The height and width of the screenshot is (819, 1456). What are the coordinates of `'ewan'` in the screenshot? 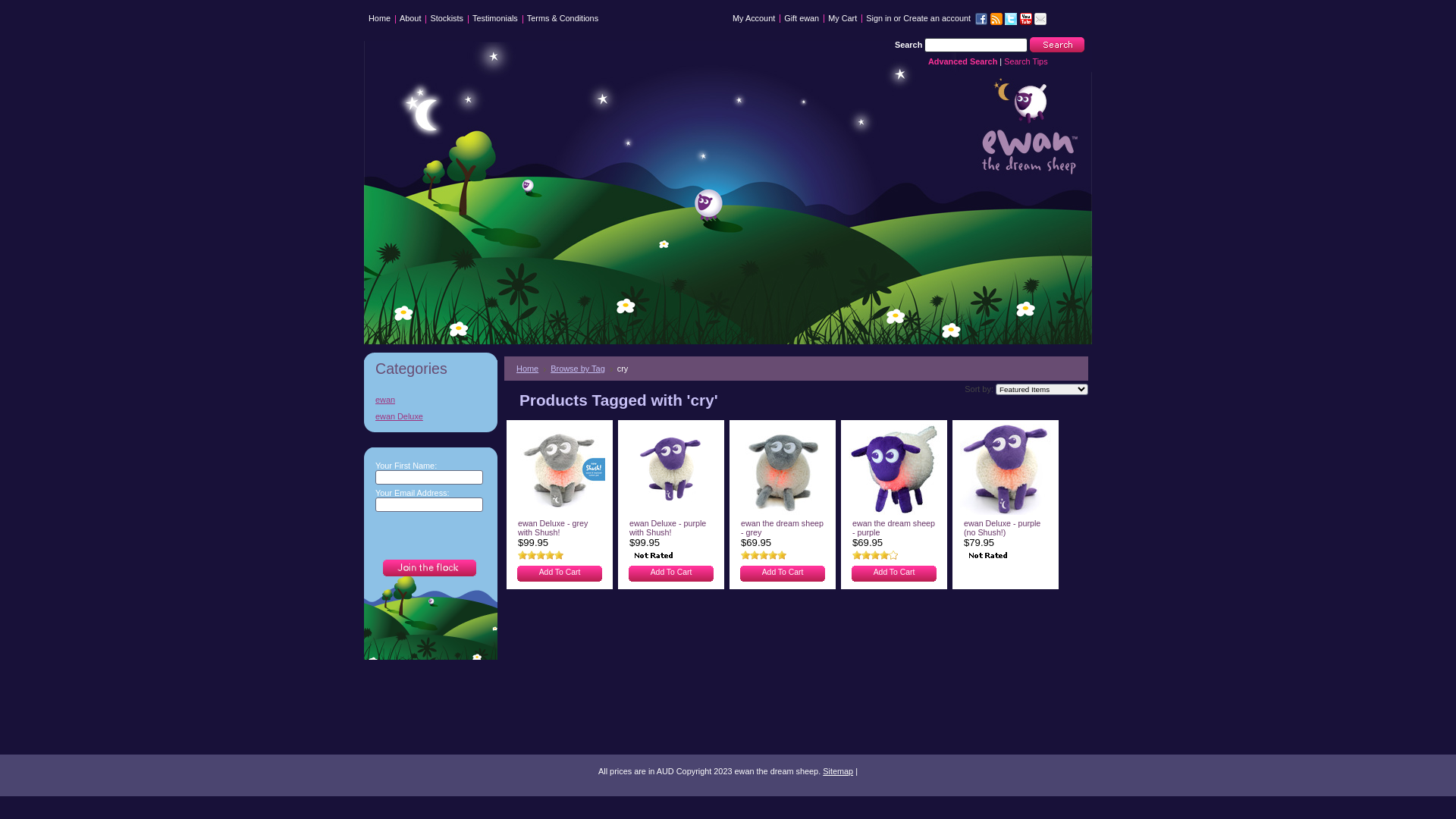 It's located at (383, 399).